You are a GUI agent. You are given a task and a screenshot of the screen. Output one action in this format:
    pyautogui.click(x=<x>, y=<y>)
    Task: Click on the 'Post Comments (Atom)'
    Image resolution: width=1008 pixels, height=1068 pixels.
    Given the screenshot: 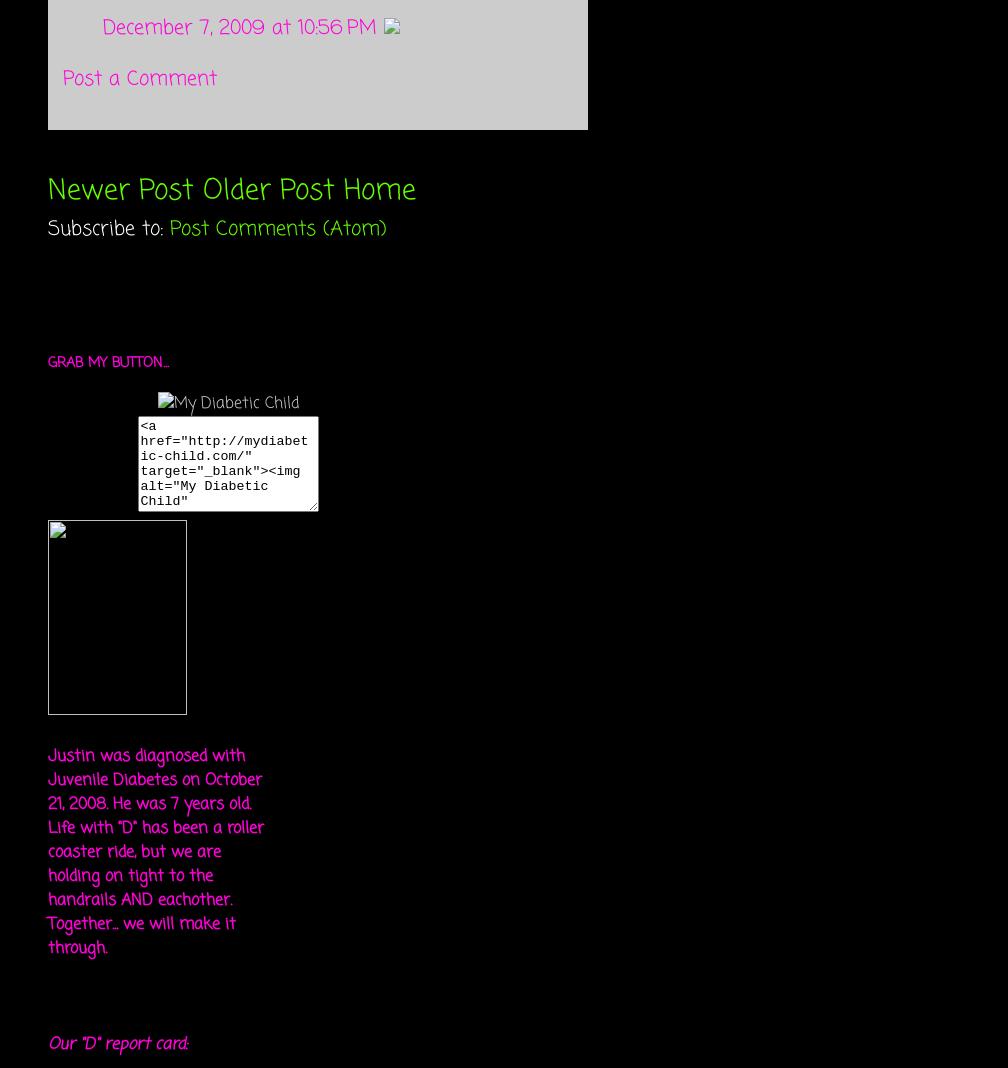 What is the action you would take?
    pyautogui.click(x=170, y=228)
    